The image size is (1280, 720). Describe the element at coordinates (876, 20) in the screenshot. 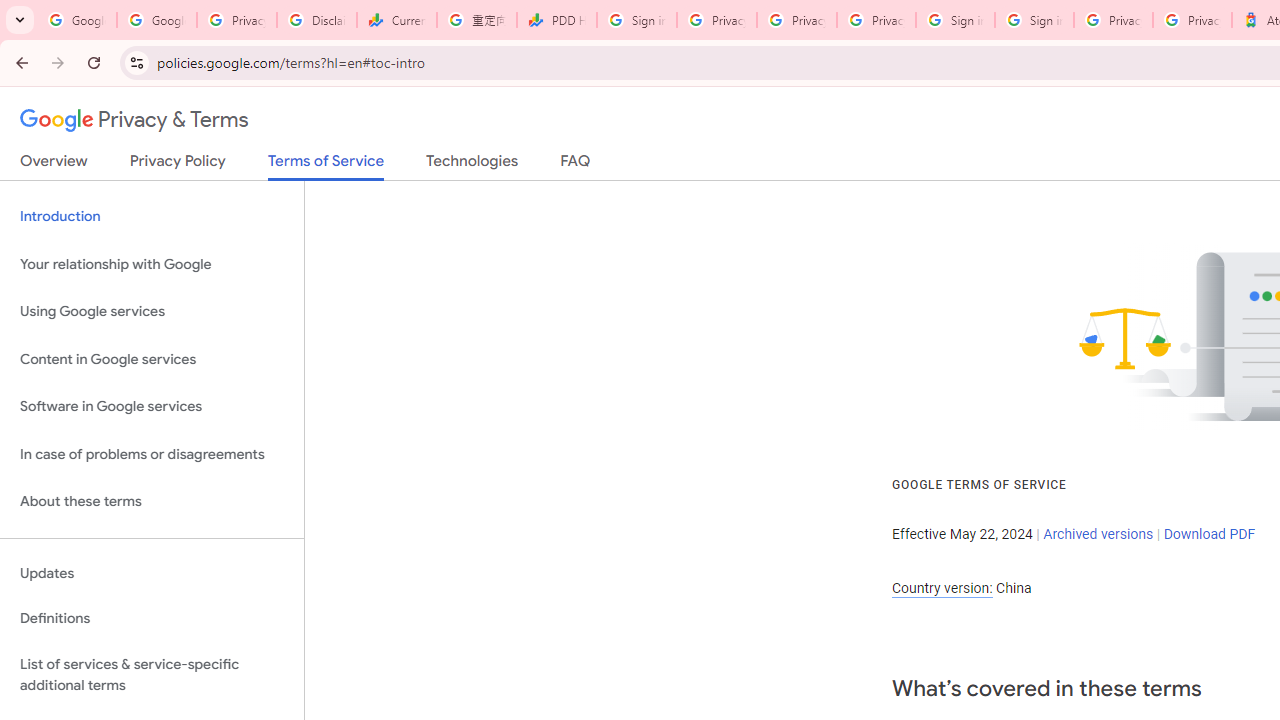

I see `'Privacy Checkup'` at that location.